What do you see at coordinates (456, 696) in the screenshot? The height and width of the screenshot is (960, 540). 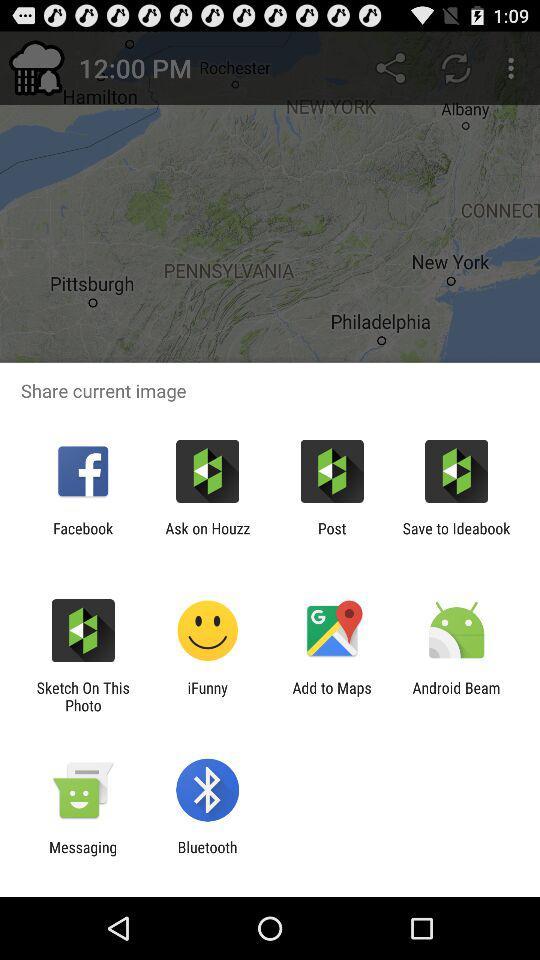 I see `icon next to the add to maps app` at bounding box center [456, 696].